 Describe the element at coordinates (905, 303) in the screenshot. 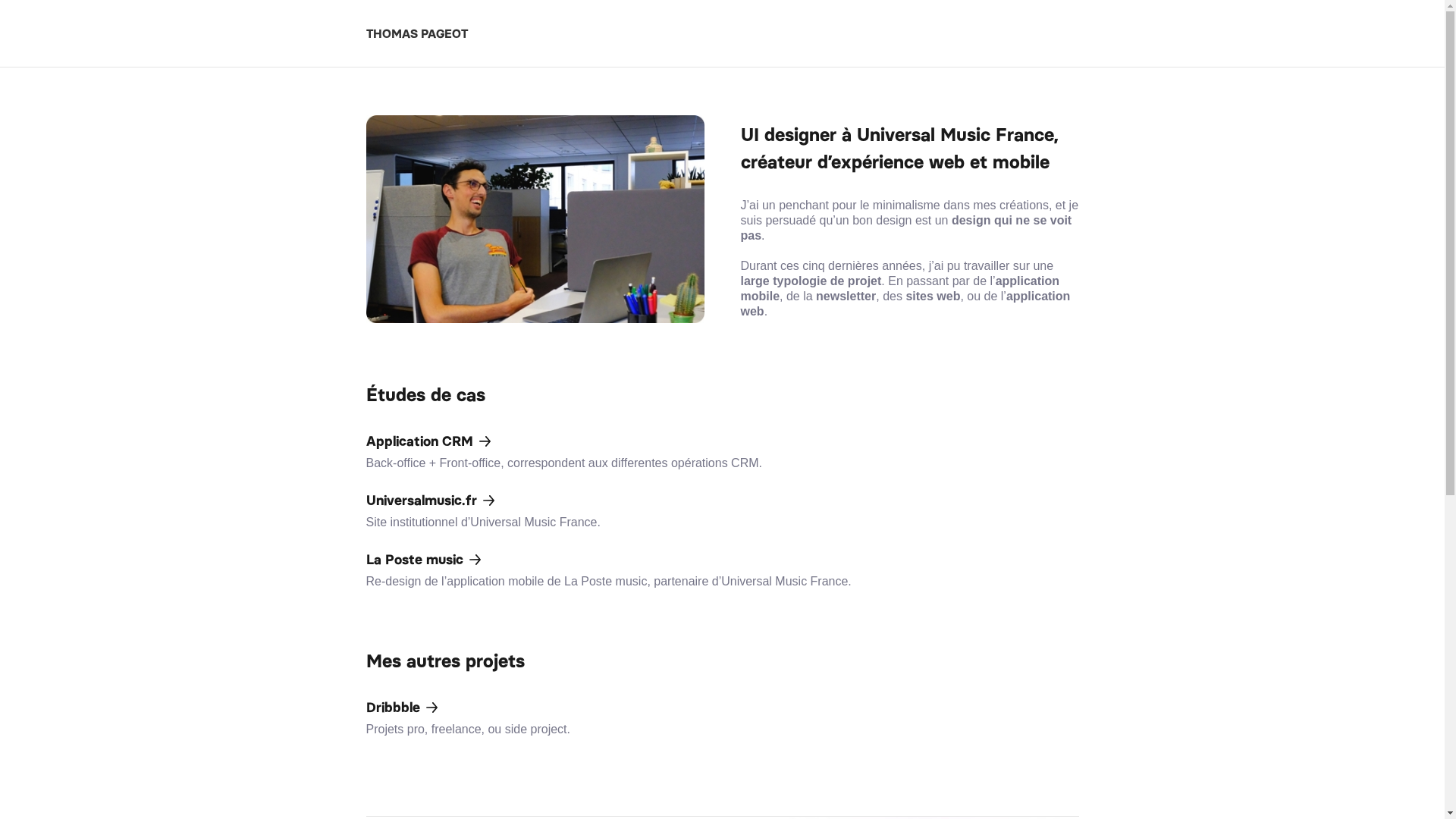

I see `'application web'` at that location.